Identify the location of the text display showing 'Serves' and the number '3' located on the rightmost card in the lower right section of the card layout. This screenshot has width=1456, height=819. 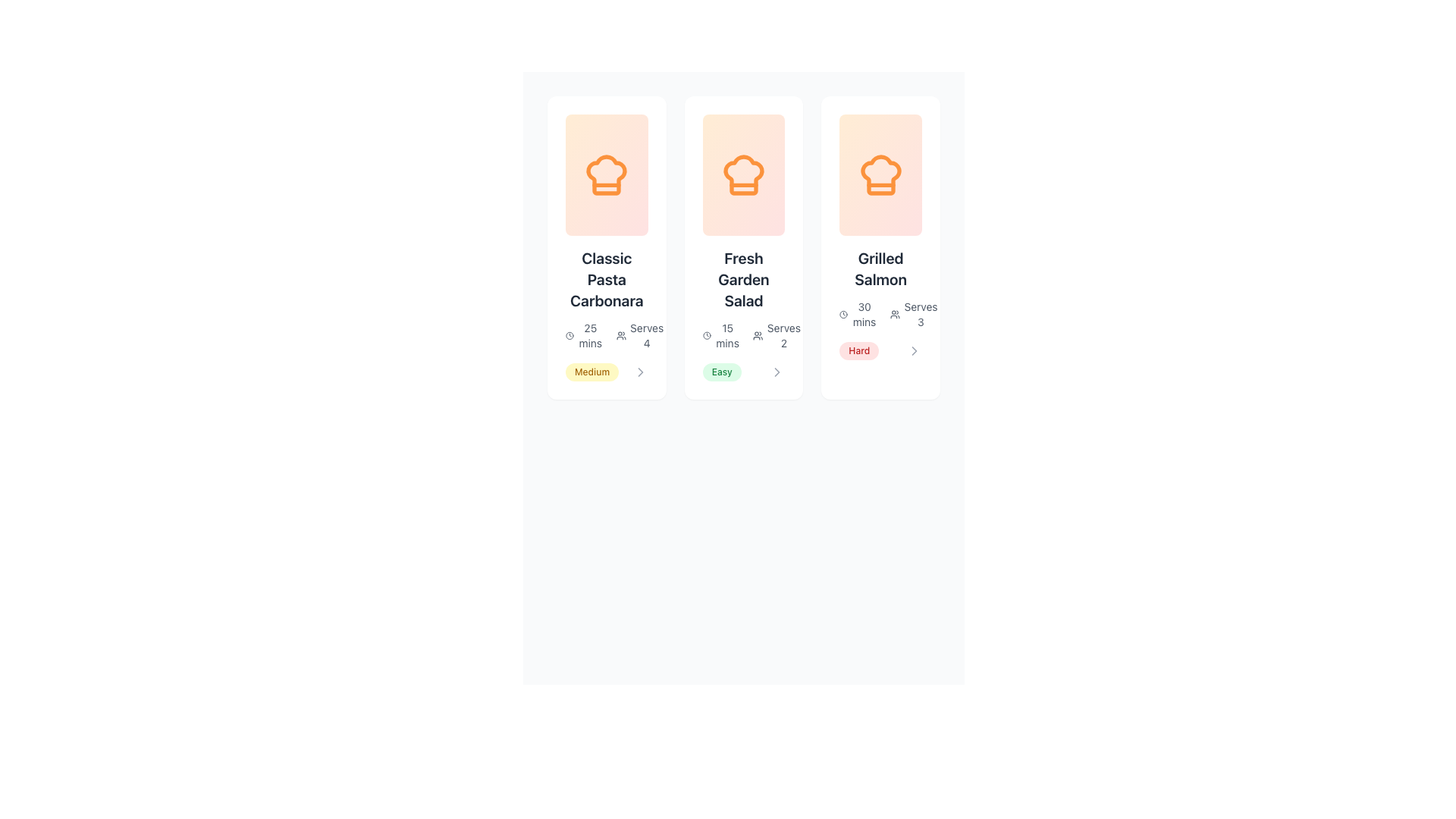
(920, 314).